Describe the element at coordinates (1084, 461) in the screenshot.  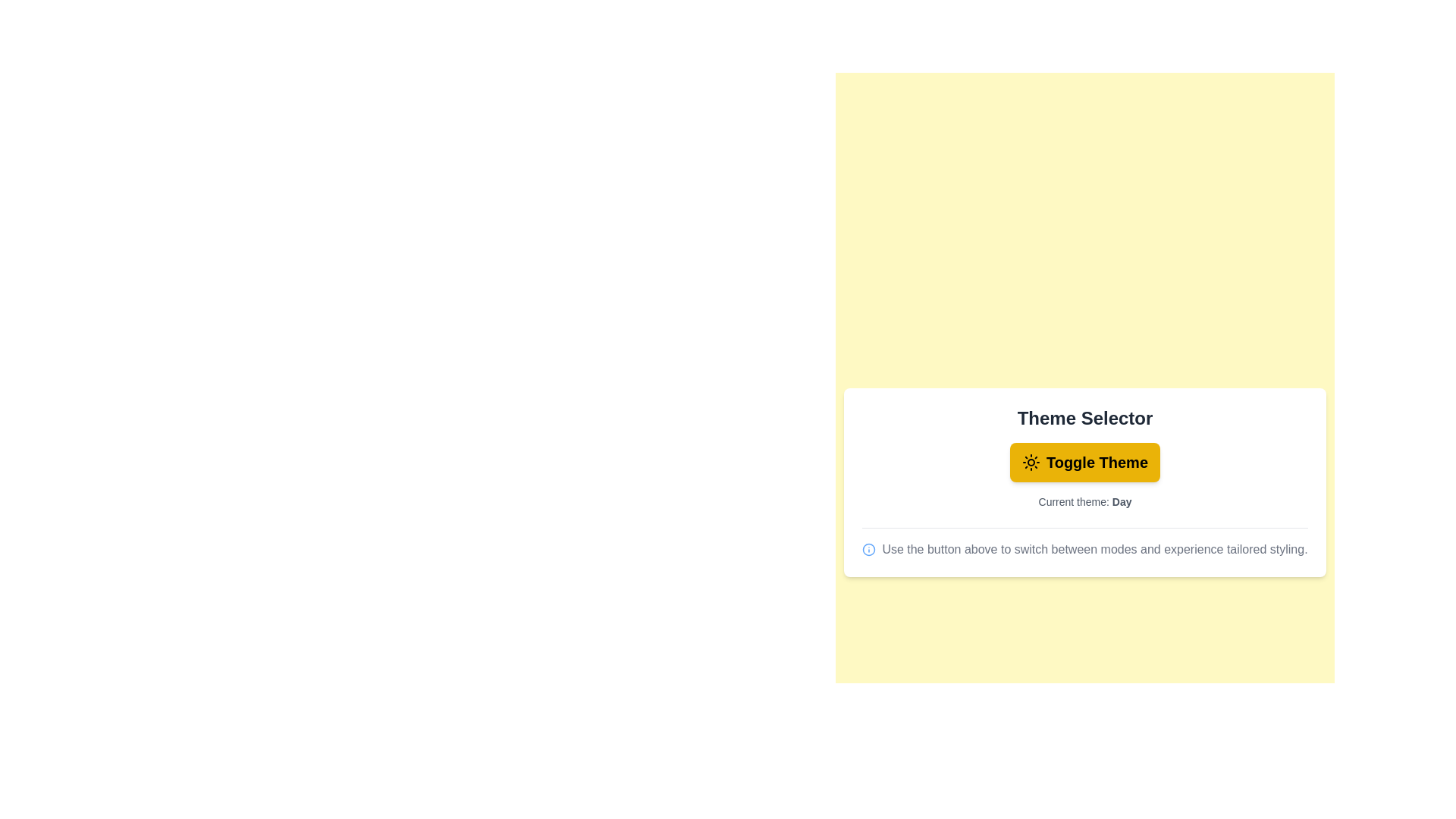
I see `the 'Toggle Theme' button to observe hover effects` at that location.